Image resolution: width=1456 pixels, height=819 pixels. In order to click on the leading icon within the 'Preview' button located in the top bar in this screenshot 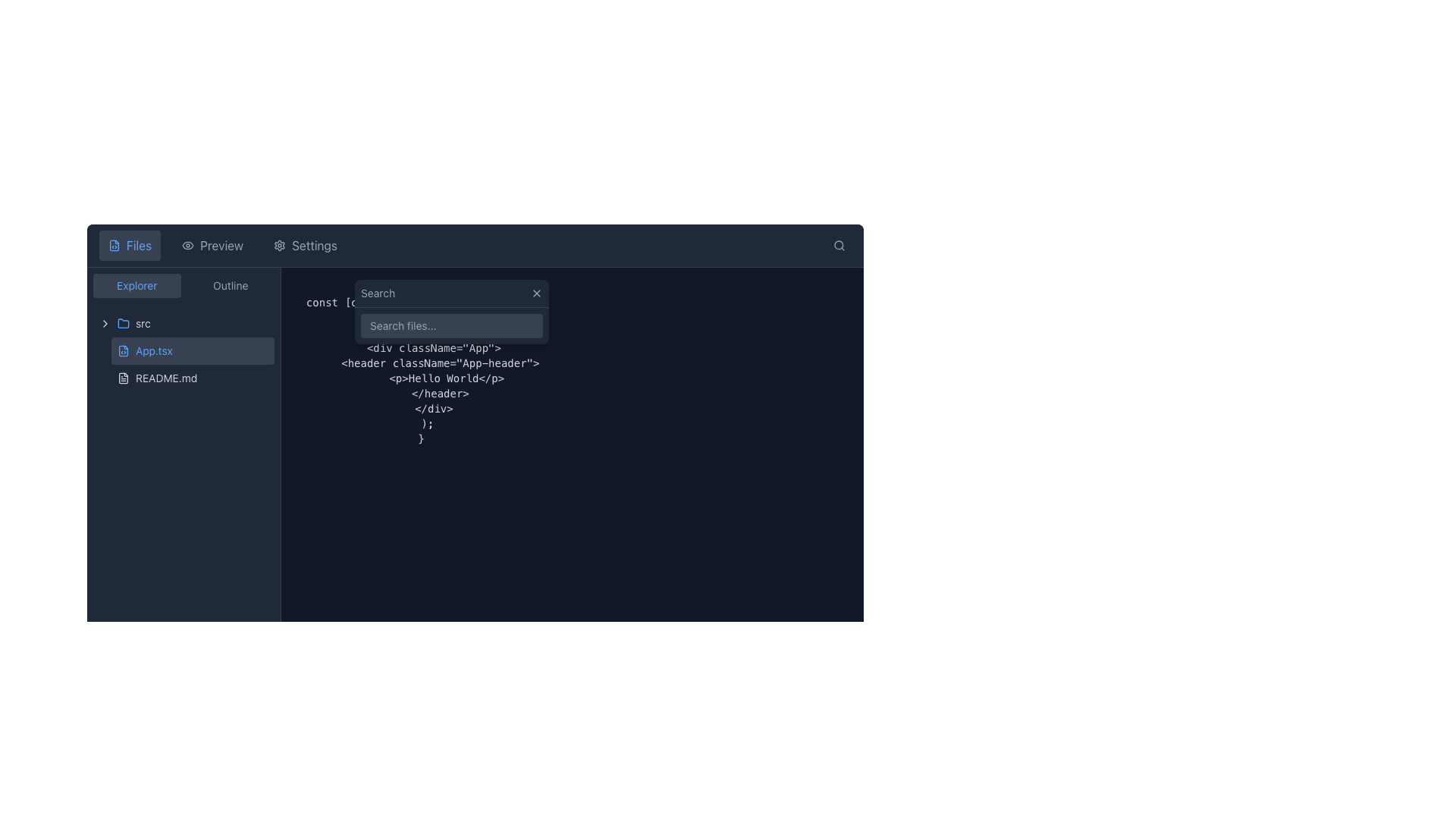, I will do `click(187, 245)`.